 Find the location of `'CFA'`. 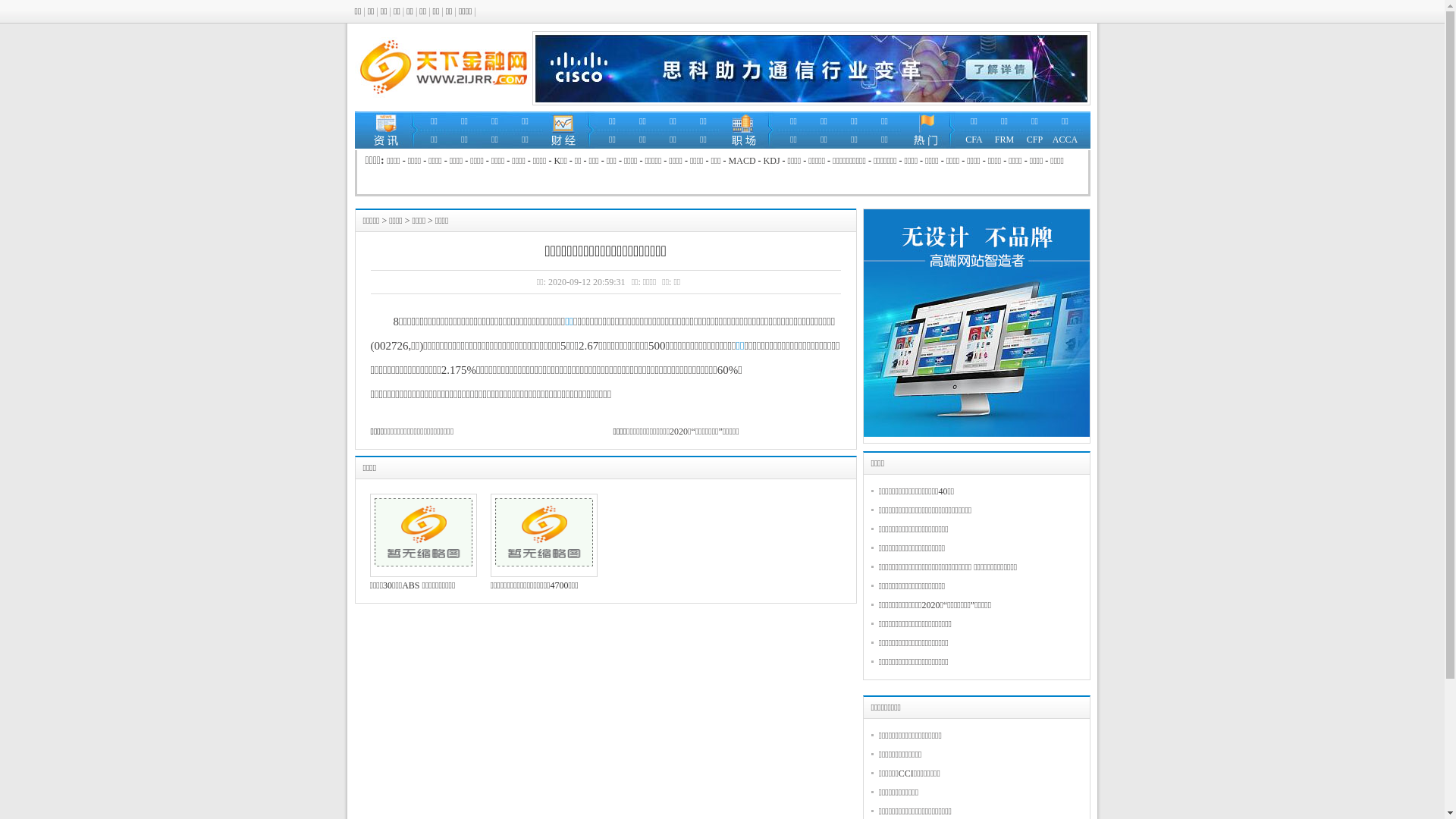

'CFA' is located at coordinates (973, 140).